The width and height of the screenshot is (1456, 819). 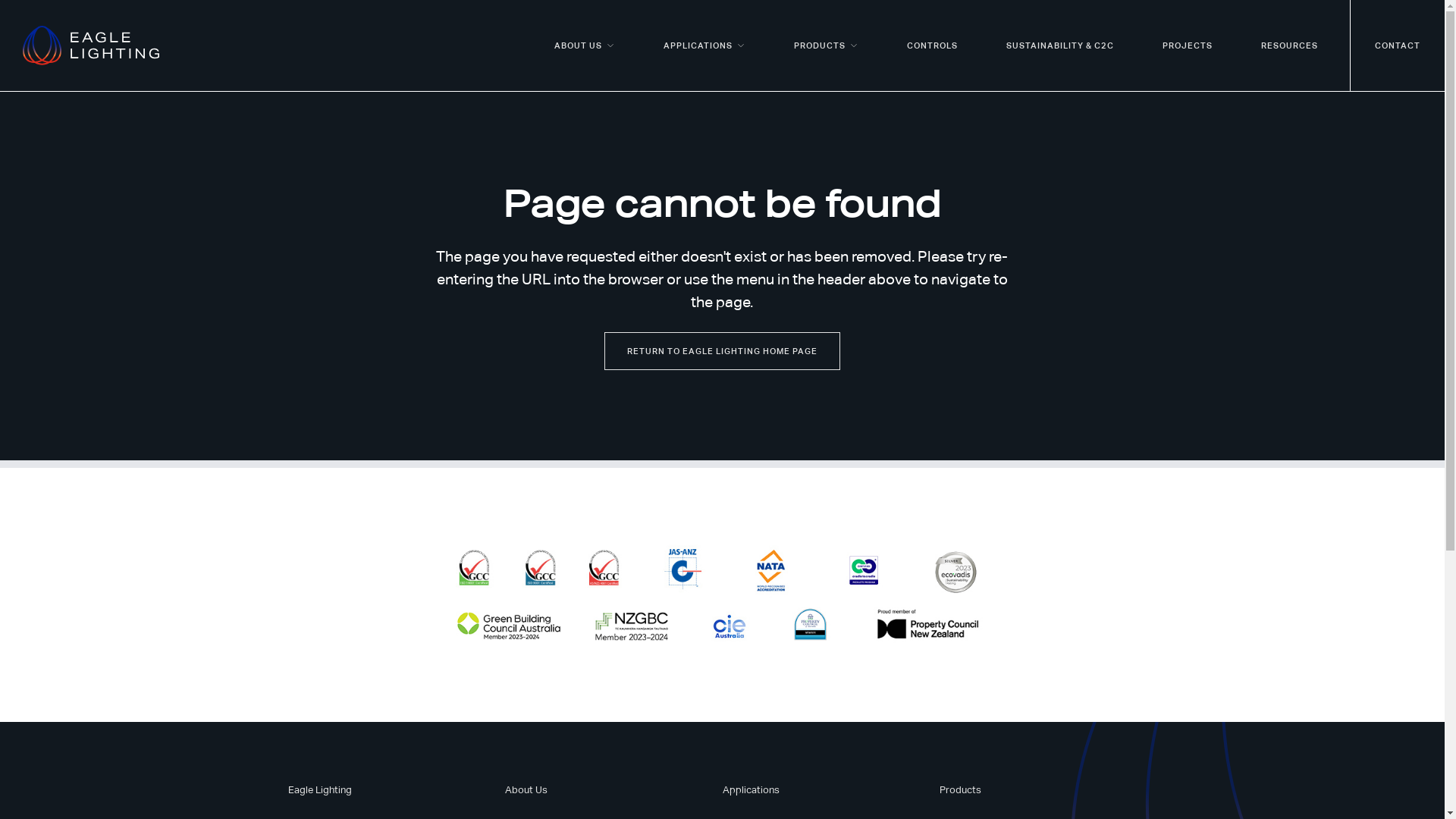 I want to click on 'Eagle Lighting', so click(x=319, y=789).